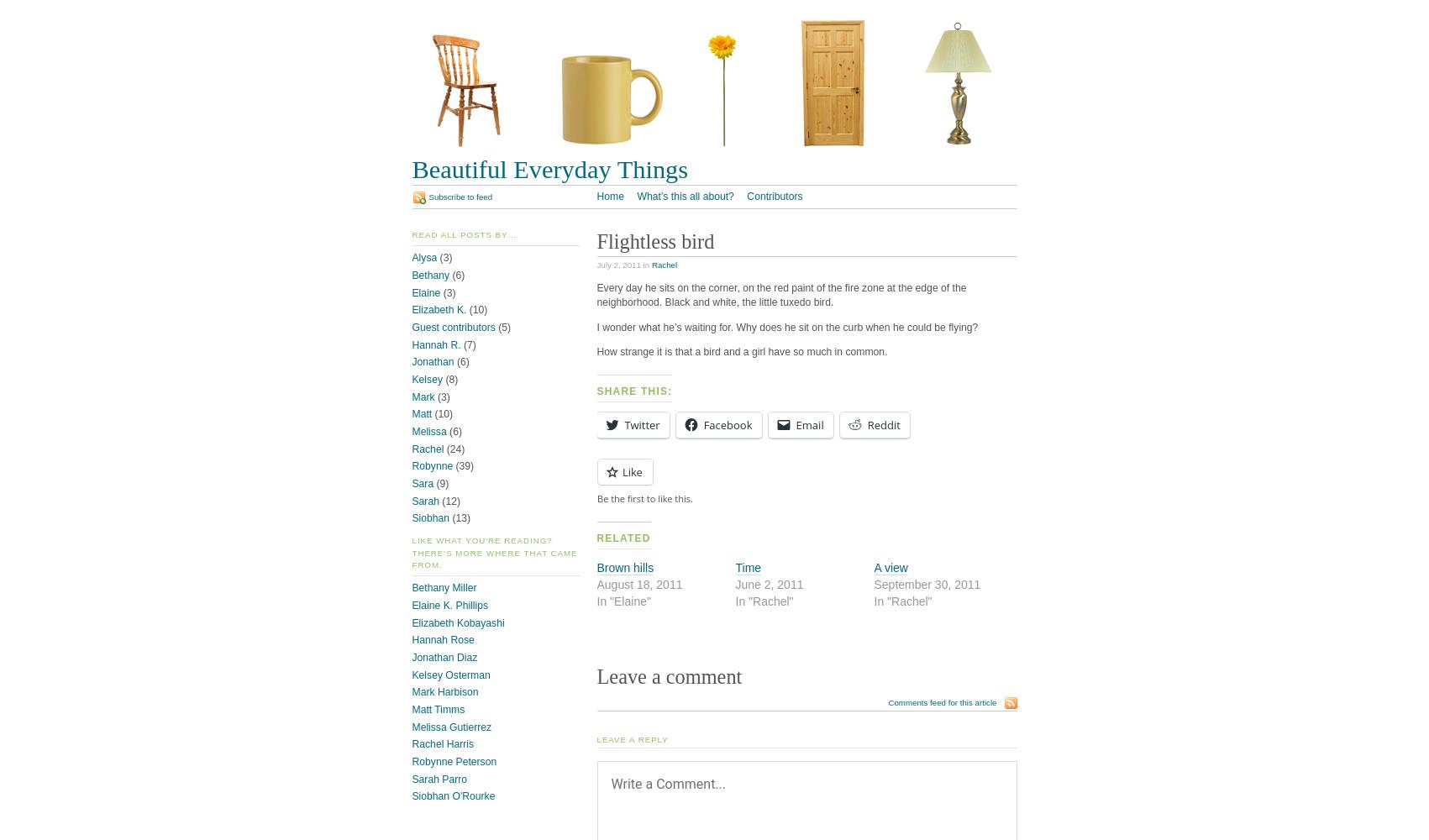 This screenshot has width=1429, height=840. I want to click on 'Kelsey Osterman', so click(450, 675).